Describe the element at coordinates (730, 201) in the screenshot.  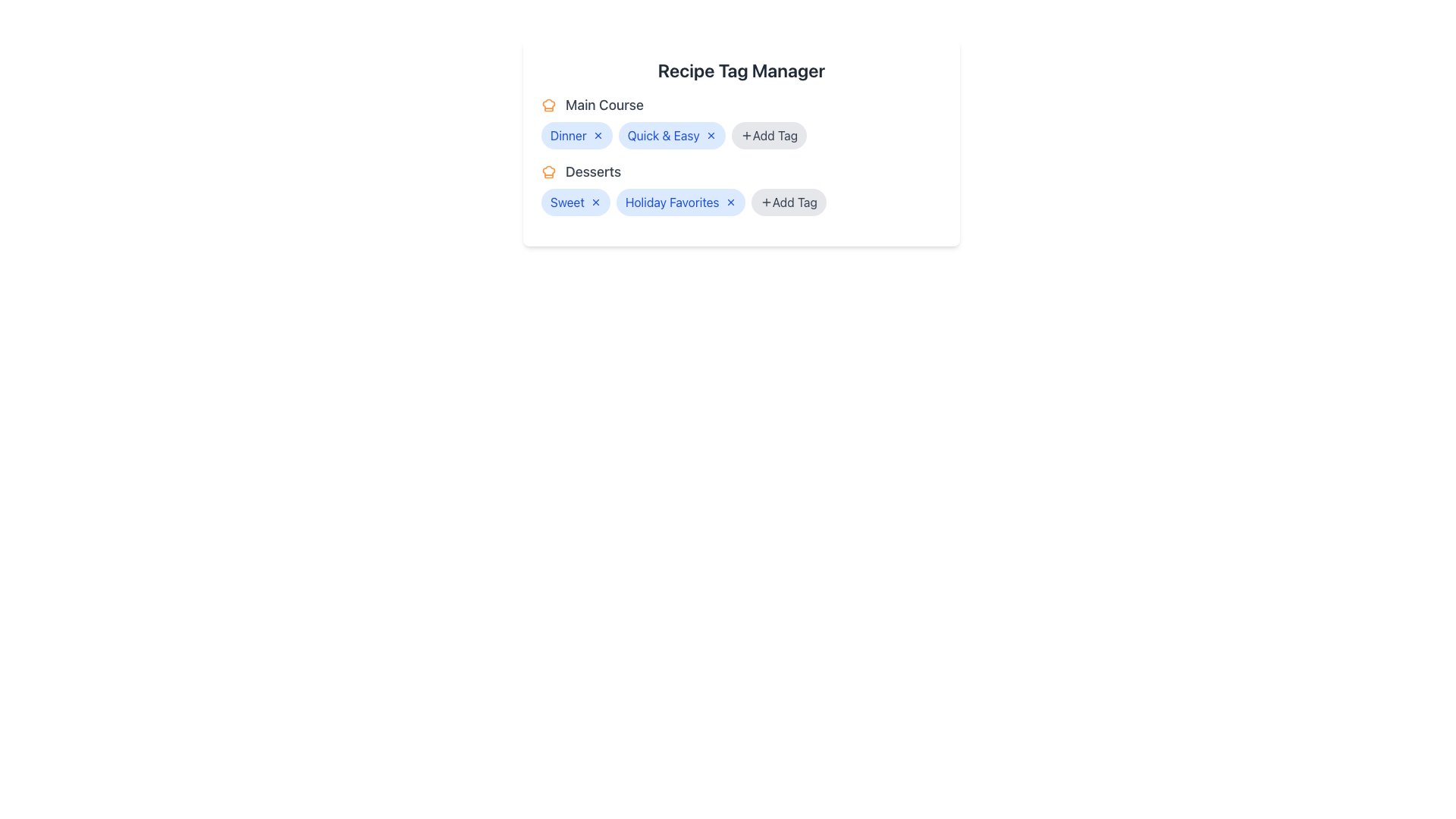
I see `the Interactive button with an icon (cross 'X') located to the immediate right of the text 'Holiday Favorites' in the 'Desserts' section` at that location.